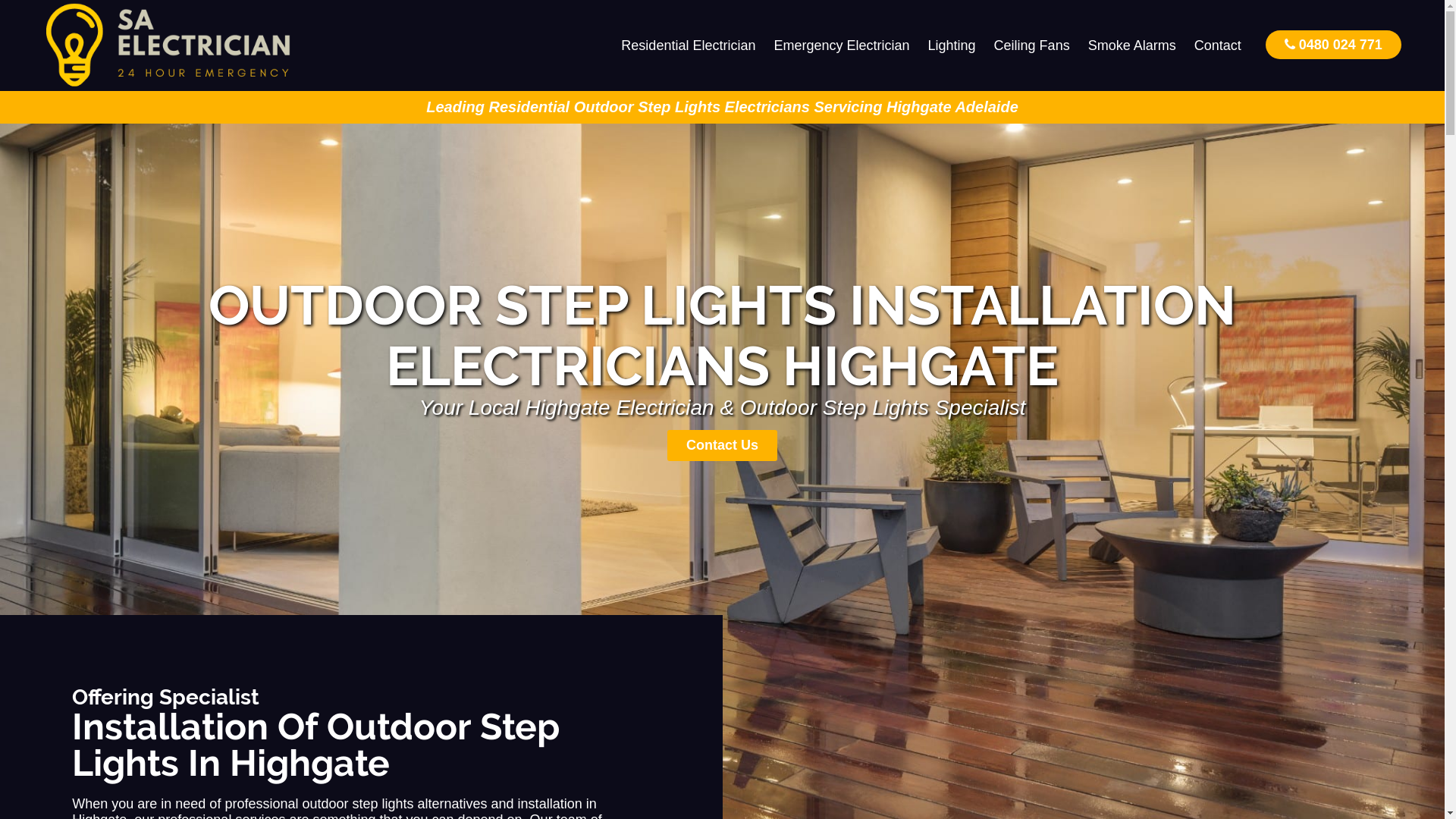 Image resolution: width=1456 pixels, height=819 pixels. What do you see at coordinates (1078, 45) in the screenshot?
I see `'Smoke Alarms'` at bounding box center [1078, 45].